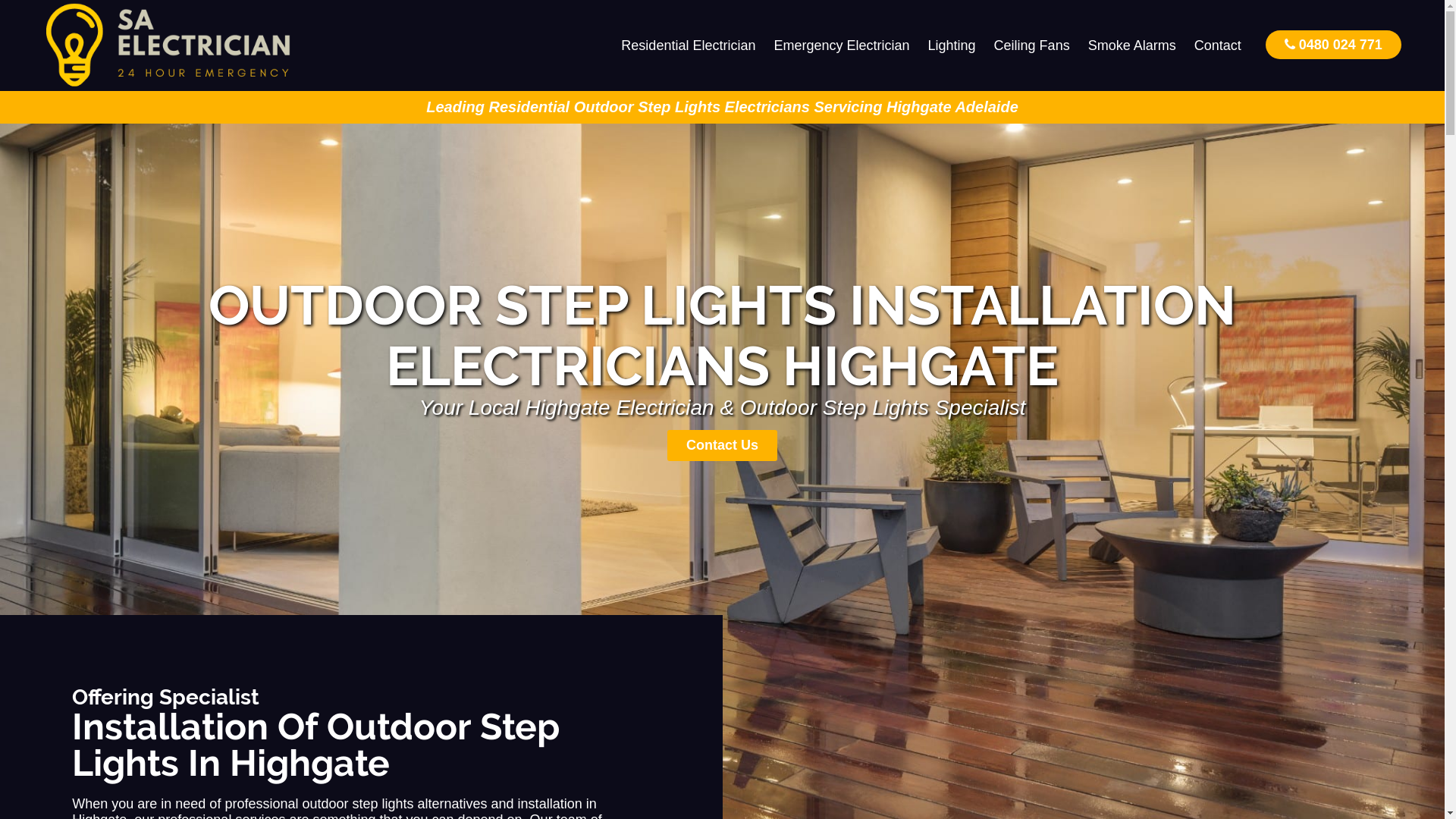 Image resolution: width=1456 pixels, height=819 pixels. What do you see at coordinates (1078, 45) in the screenshot?
I see `'Smoke Alarms'` at bounding box center [1078, 45].